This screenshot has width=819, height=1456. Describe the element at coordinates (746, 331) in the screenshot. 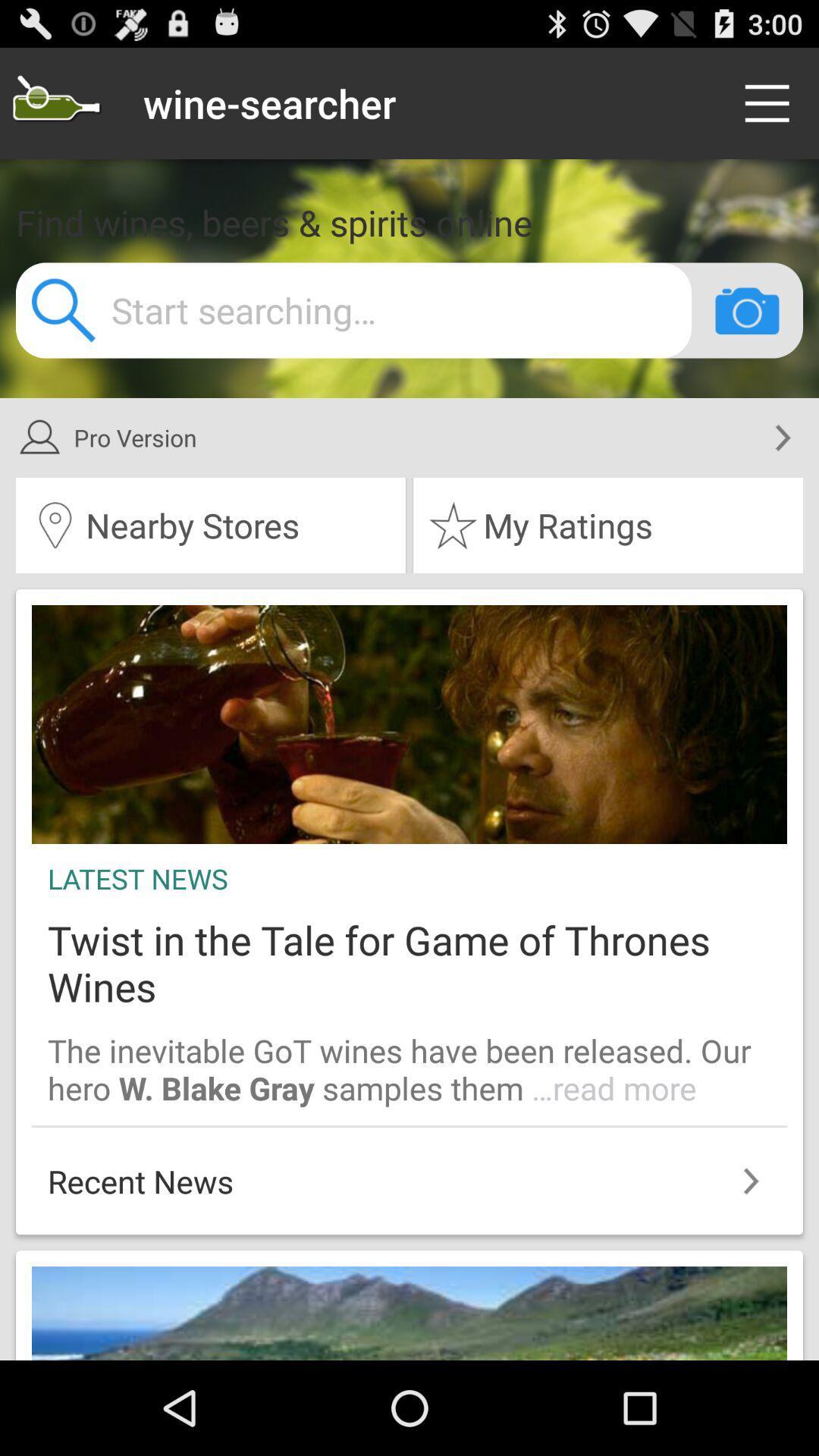

I see `the photo icon` at that location.